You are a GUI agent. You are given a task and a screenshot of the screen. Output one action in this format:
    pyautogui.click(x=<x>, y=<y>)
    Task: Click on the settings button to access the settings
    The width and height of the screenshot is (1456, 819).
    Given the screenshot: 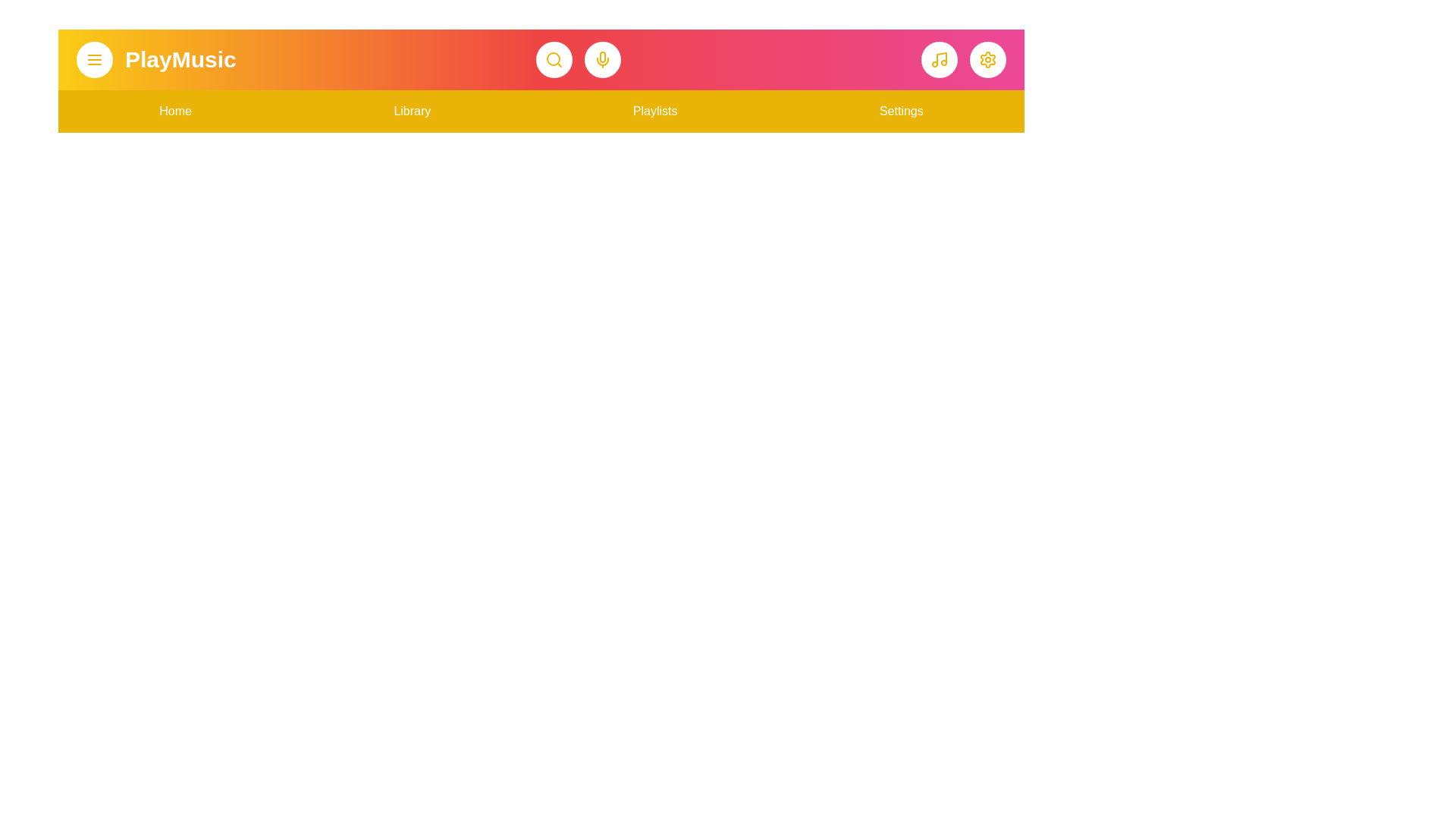 What is the action you would take?
    pyautogui.click(x=987, y=58)
    